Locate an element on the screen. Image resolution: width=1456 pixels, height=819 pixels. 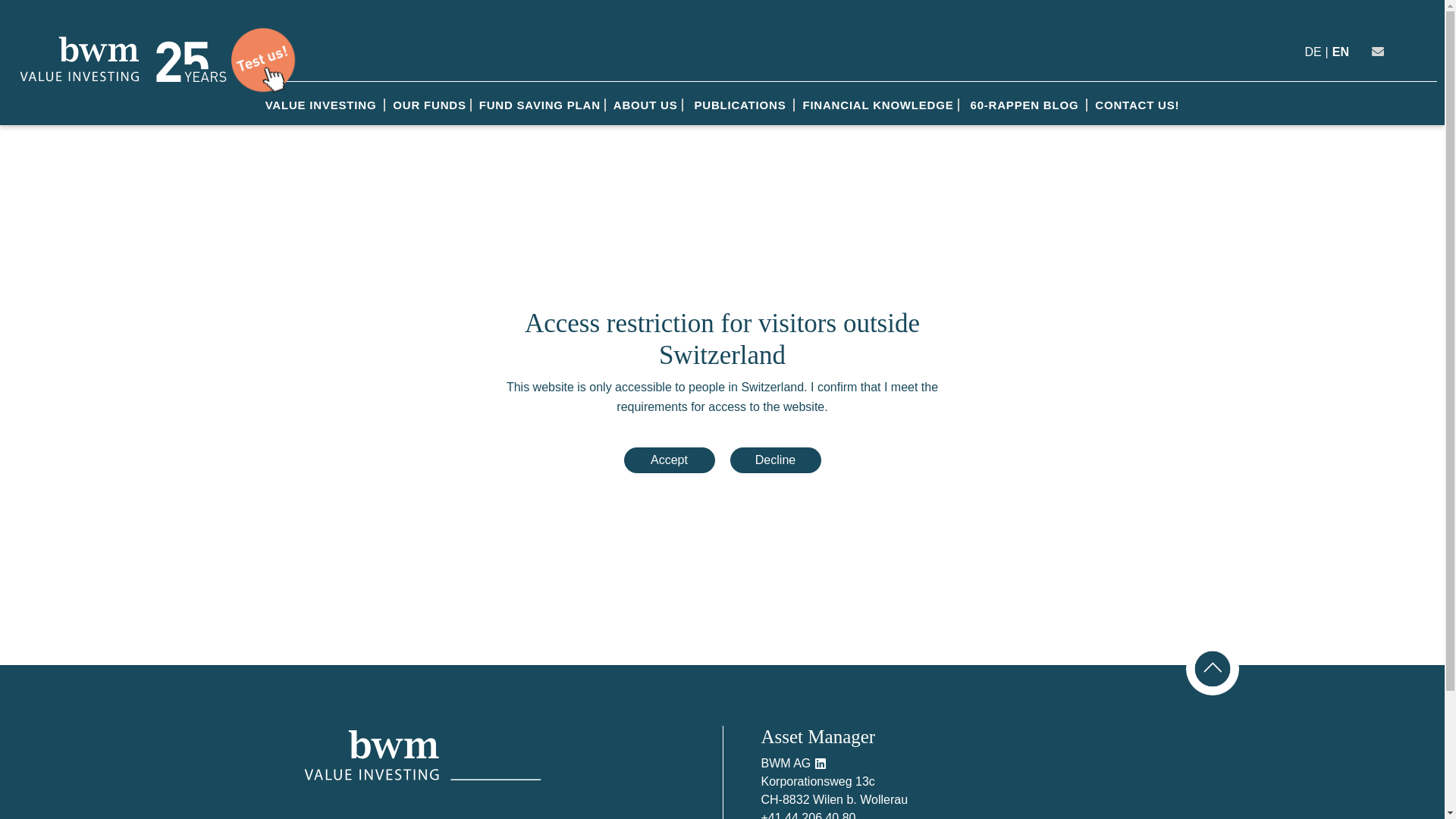
'CONTACT US!' is located at coordinates (1137, 104).